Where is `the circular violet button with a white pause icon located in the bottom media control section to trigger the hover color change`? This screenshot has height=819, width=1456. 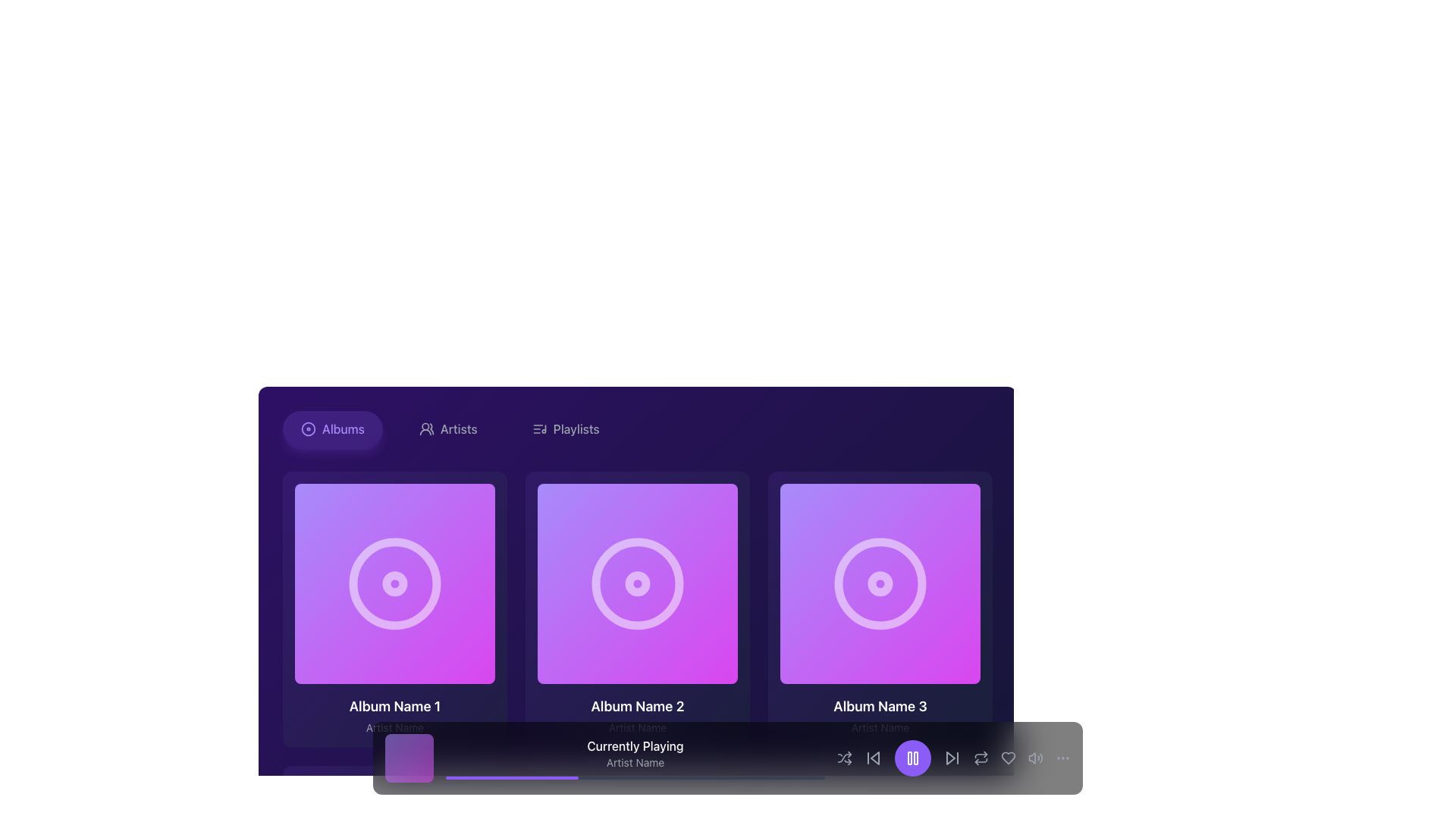 the circular violet button with a white pause icon located in the bottom media control section to trigger the hover color change is located at coordinates (912, 758).